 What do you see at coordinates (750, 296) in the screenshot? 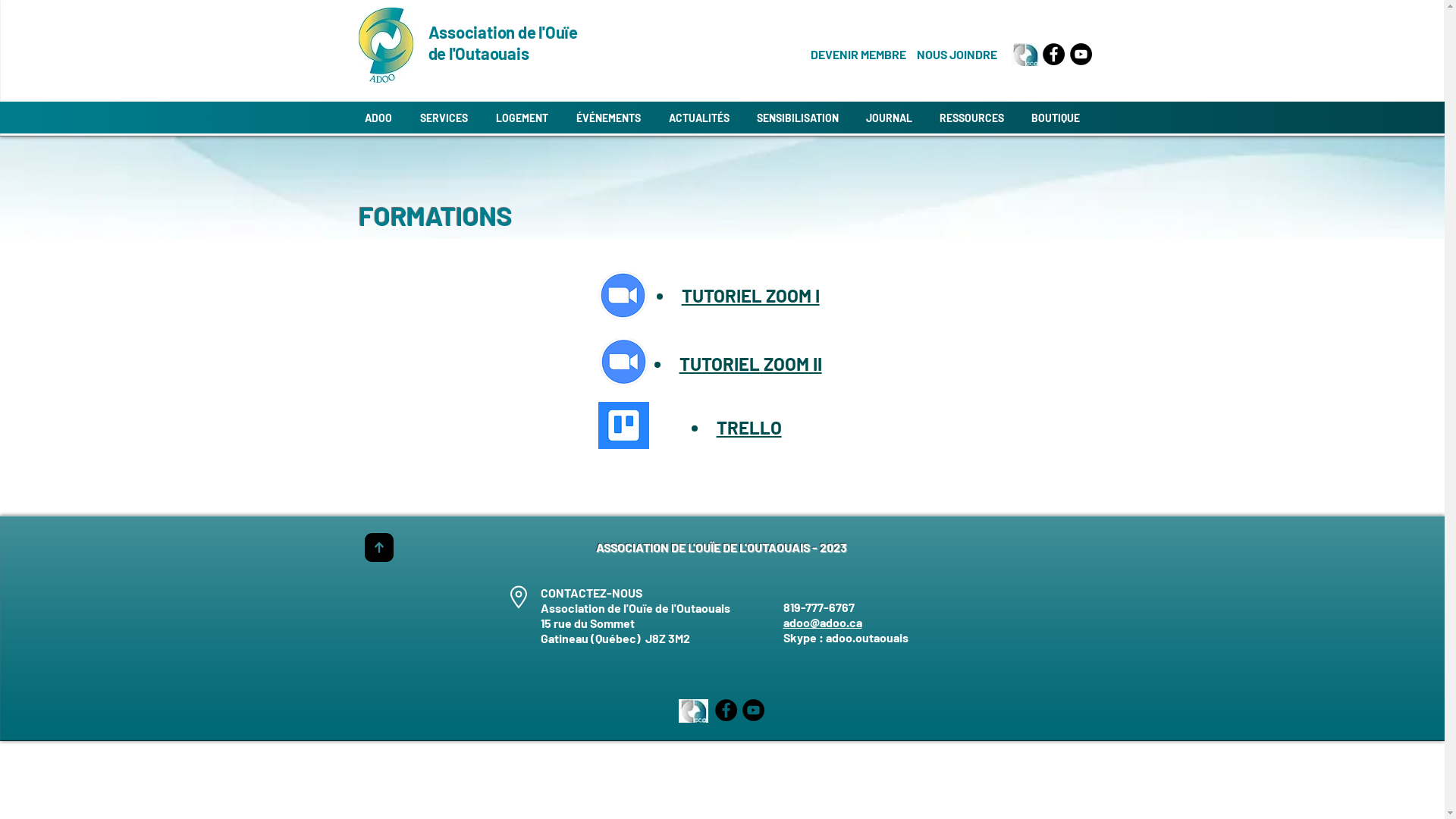
I see `'TUTORIEL ZOOM I'` at bounding box center [750, 296].